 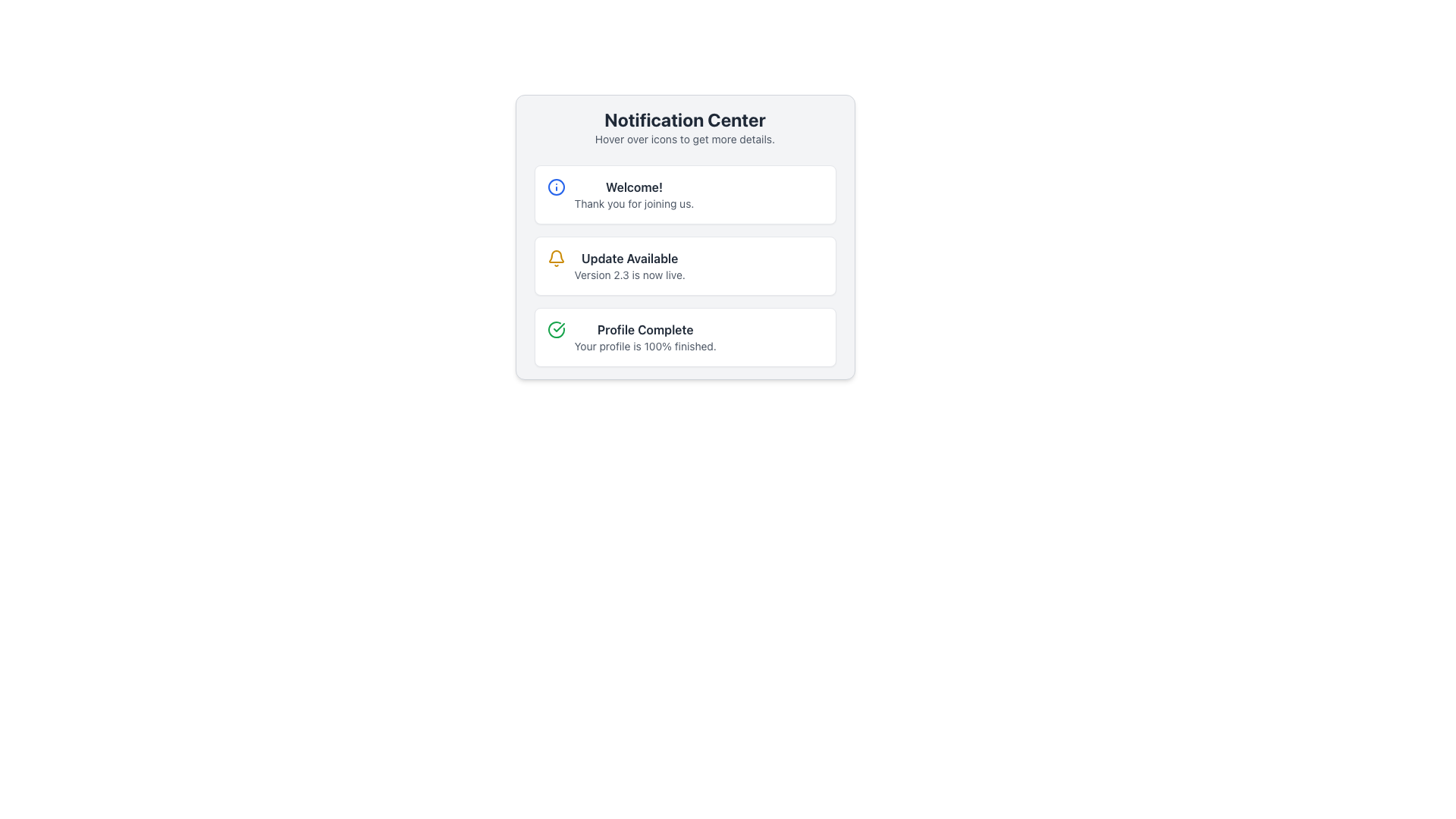 What do you see at coordinates (634, 203) in the screenshot?
I see `supplementary text displayed below the 'Welcome!' heading in the notification center` at bounding box center [634, 203].